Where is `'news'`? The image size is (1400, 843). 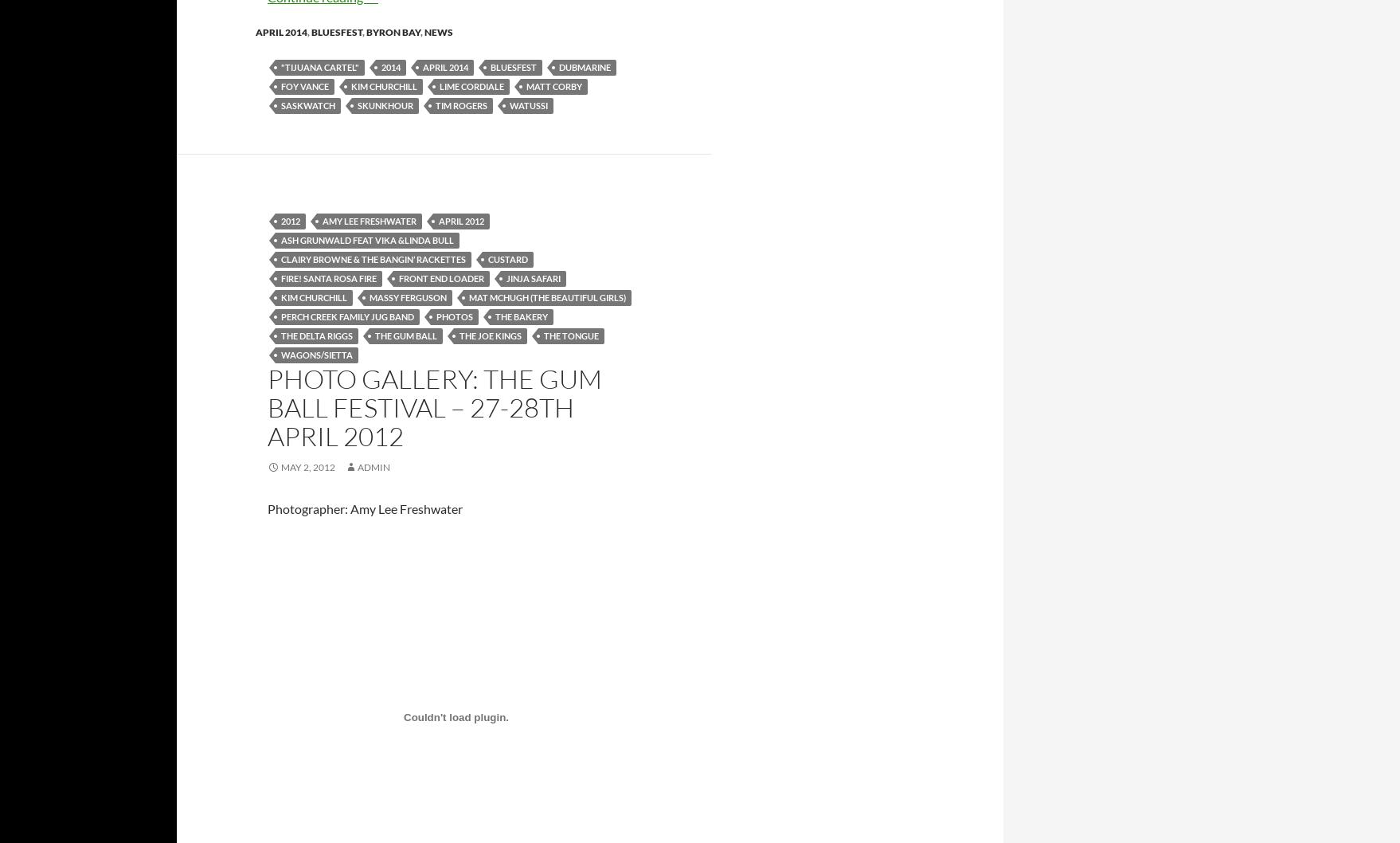 'news' is located at coordinates (437, 31).